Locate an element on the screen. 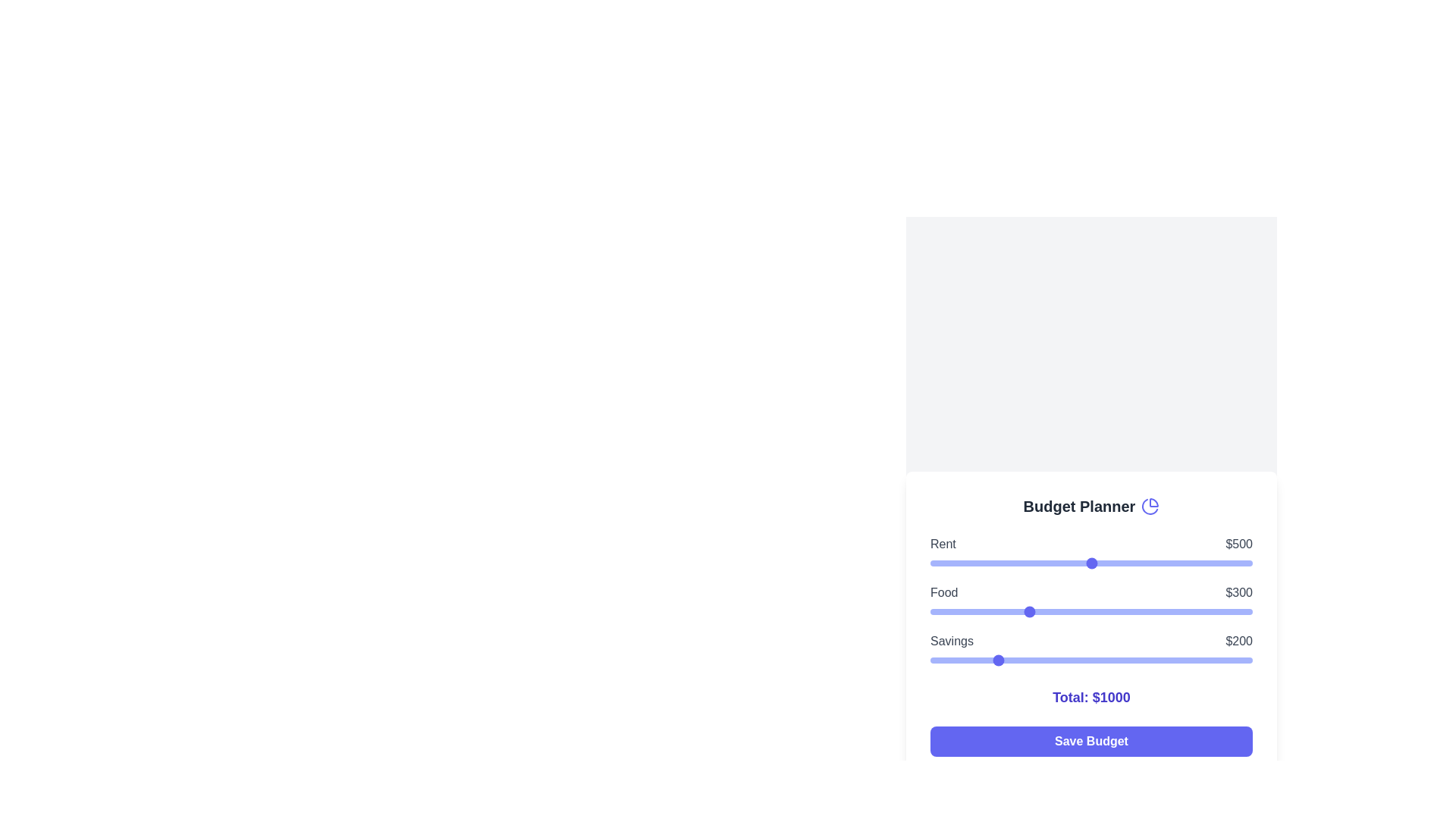 This screenshot has width=1456, height=819. the savings slider to 872 is located at coordinates (1210, 660).